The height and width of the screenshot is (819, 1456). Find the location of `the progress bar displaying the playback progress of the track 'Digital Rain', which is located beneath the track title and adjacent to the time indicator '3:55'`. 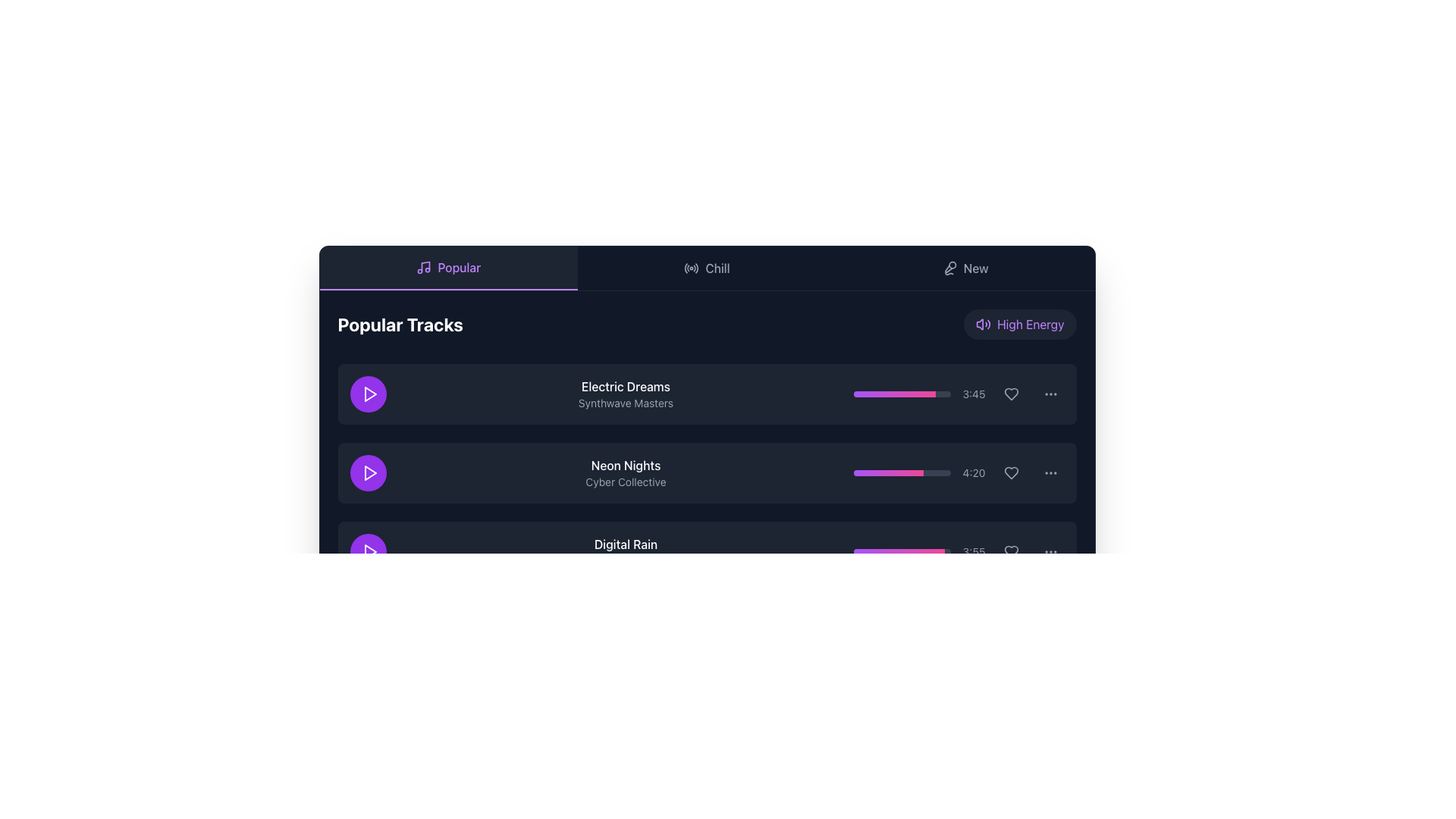

the progress bar displaying the playback progress of the track 'Digital Rain', which is located beneath the track title and adjacent to the time indicator '3:55' is located at coordinates (902, 552).